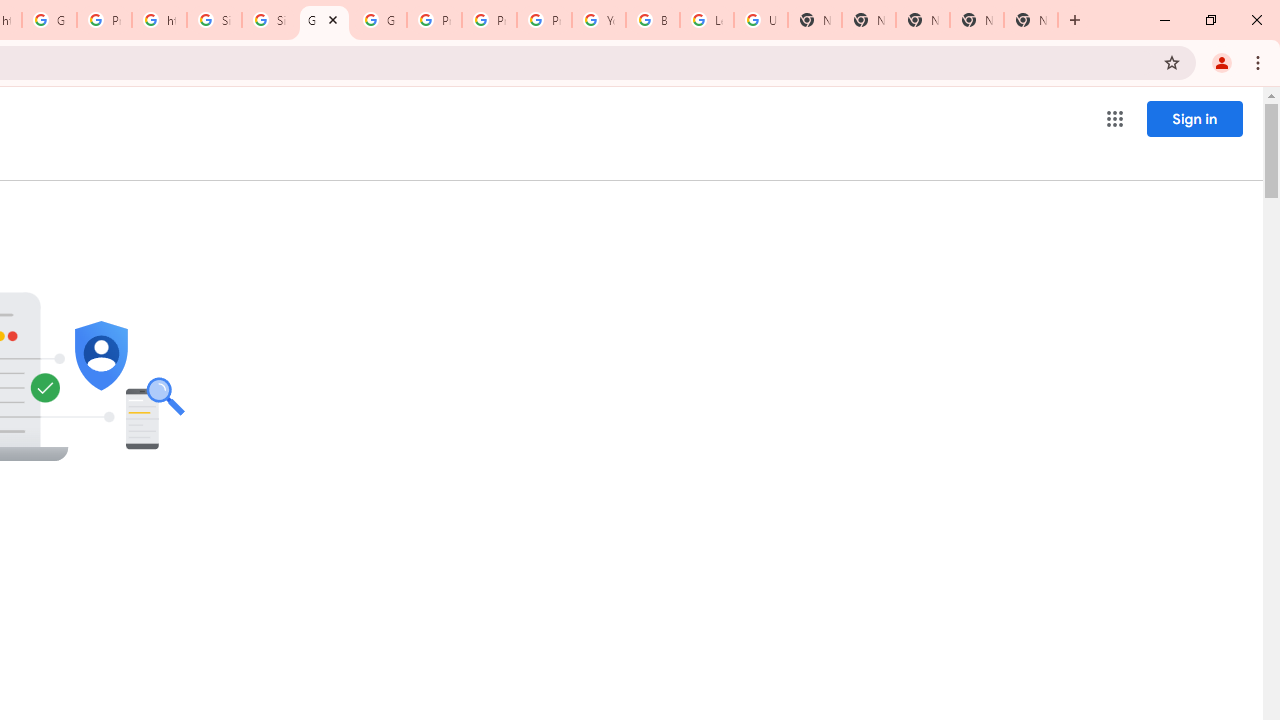 The width and height of the screenshot is (1280, 720). What do you see at coordinates (214, 20) in the screenshot?
I see `'Sign in - Google Accounts'` at bounding box center [214, 20].